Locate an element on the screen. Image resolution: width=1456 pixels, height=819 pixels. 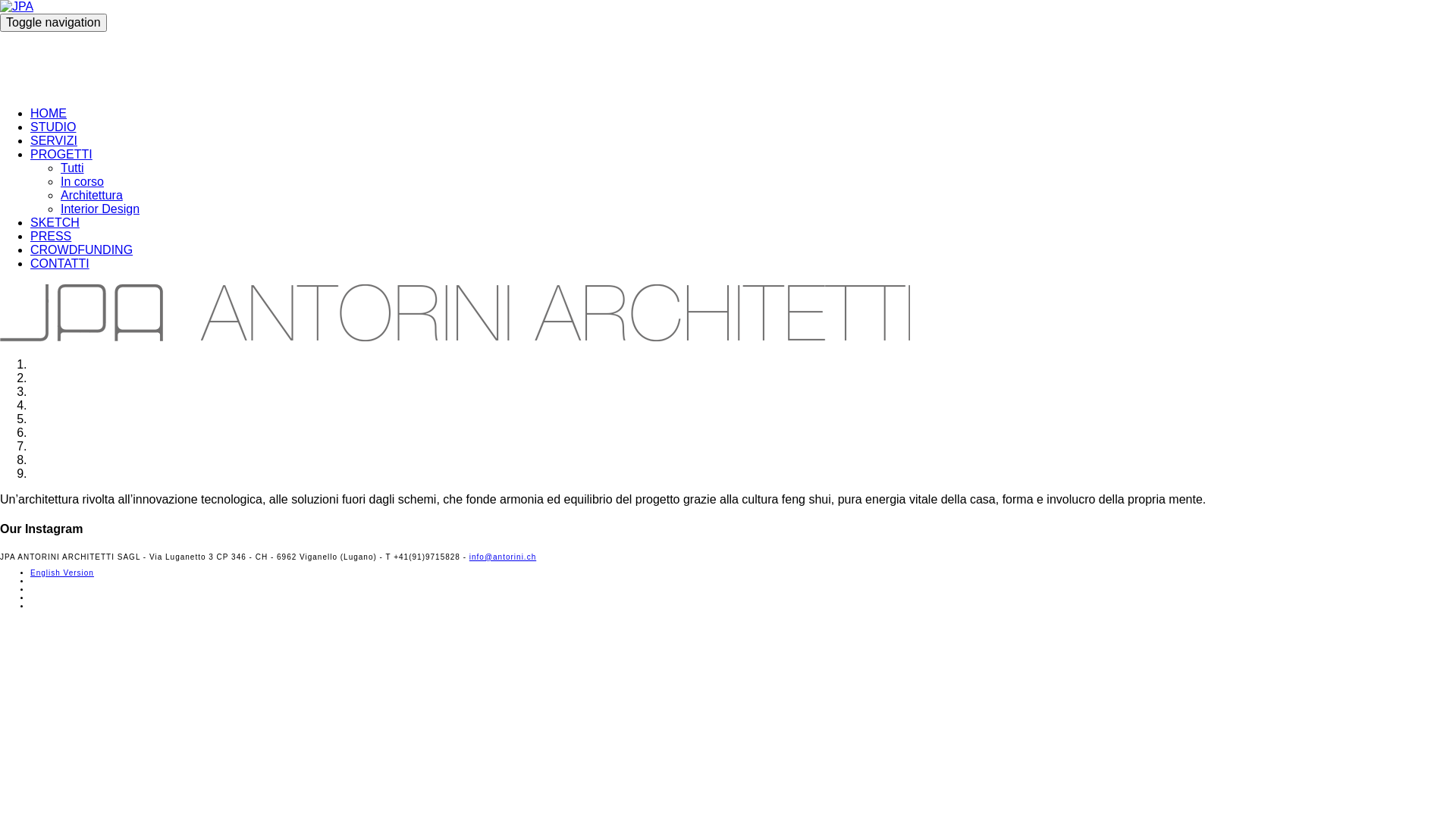
'JPA' is located at coordinates (17, 6).